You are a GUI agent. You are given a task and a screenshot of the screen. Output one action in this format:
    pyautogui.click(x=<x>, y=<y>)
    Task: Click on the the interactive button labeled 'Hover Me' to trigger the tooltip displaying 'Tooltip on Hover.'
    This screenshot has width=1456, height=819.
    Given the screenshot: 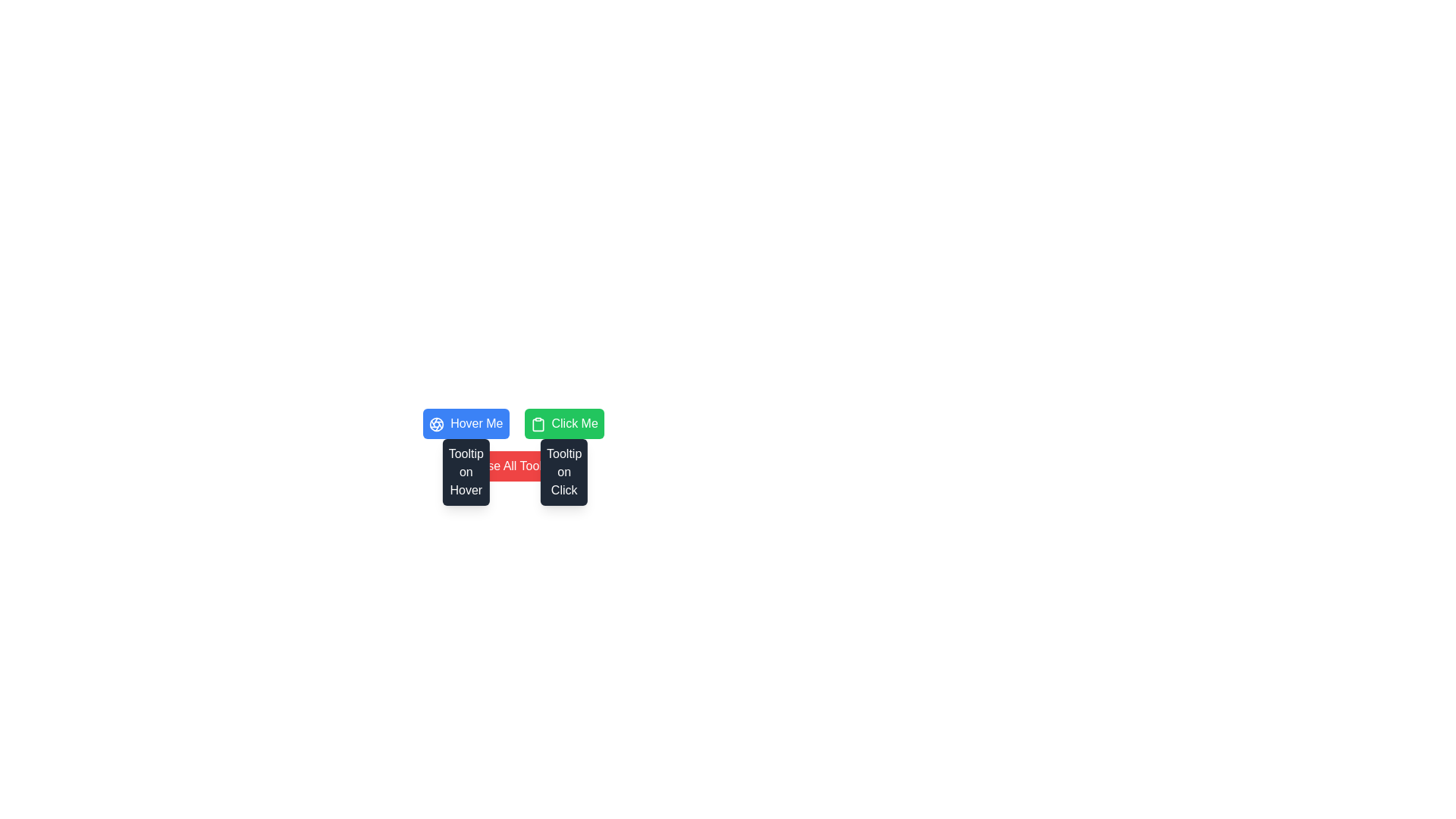 What is the action you would take?
    pyautogui.click(x=465, y=472)
    